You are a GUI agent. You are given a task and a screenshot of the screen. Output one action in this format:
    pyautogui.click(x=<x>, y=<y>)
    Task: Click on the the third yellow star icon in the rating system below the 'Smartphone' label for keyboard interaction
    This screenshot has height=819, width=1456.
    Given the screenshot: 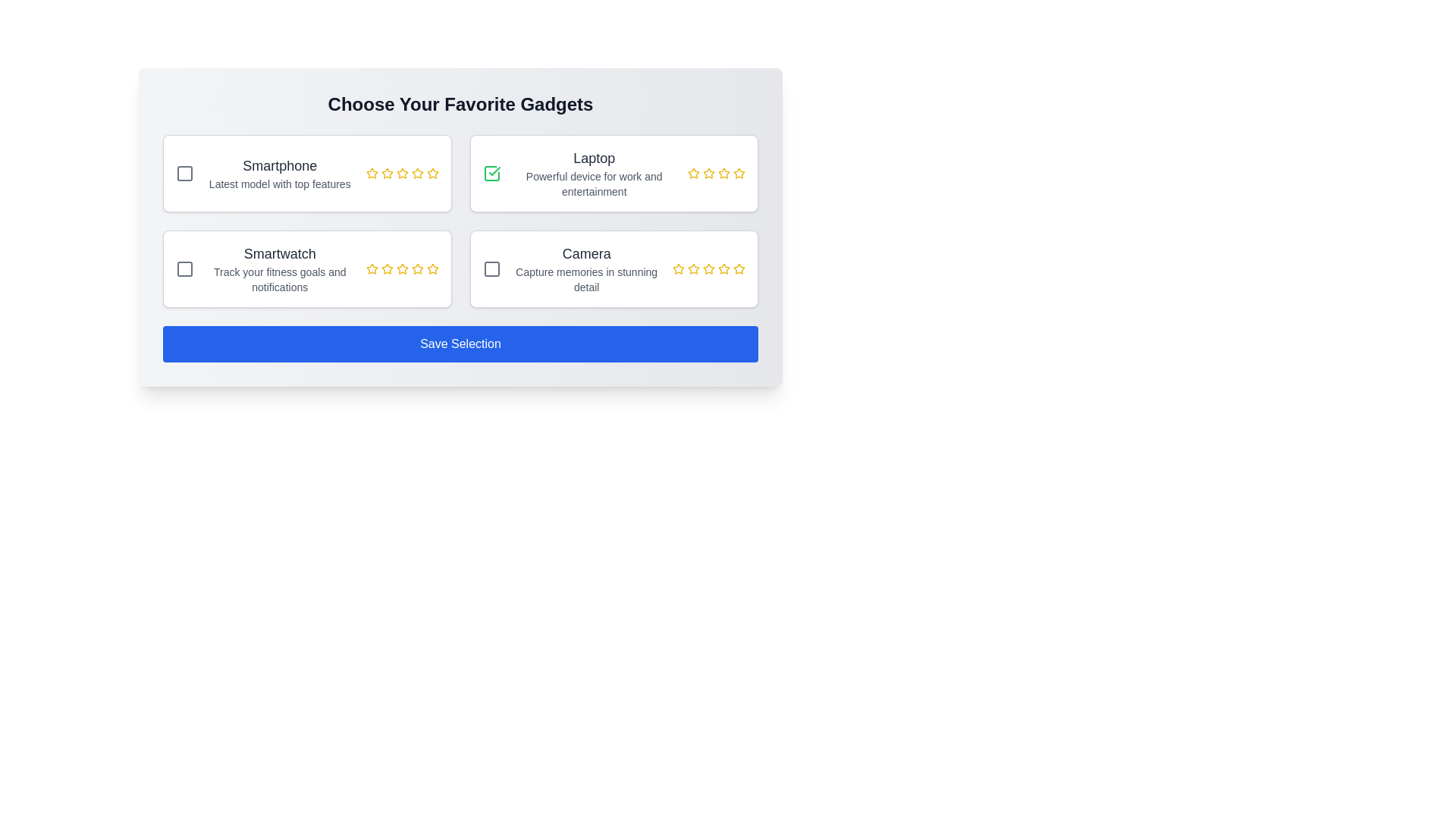 What is the action you would take?
    pyautogui.click(x=417, y=172)
    